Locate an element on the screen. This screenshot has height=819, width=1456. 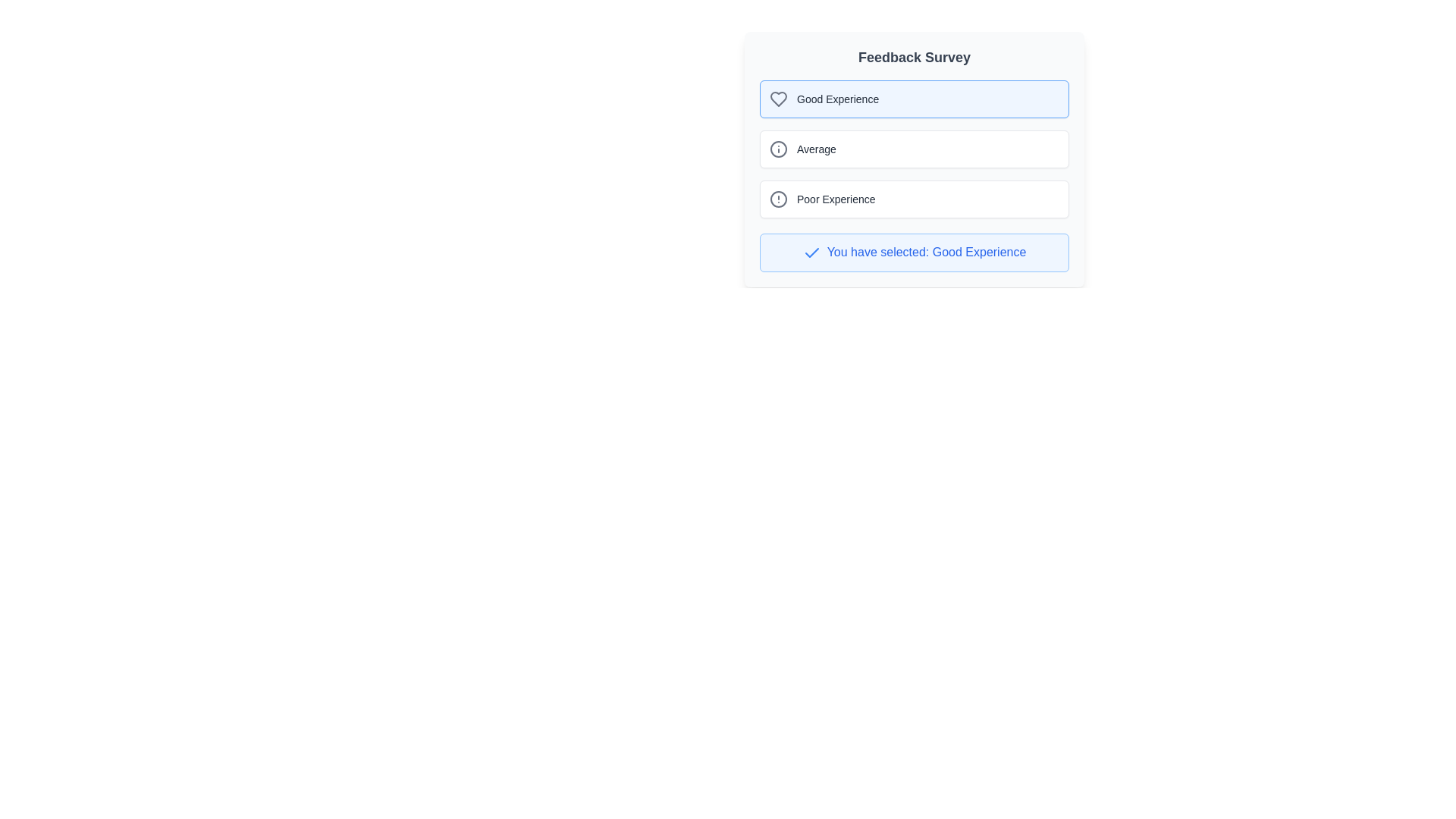
the 'Poor Experience' selectable option in the feedback survey, which is the third option in the vertical list is located at coordinates (913, 198).